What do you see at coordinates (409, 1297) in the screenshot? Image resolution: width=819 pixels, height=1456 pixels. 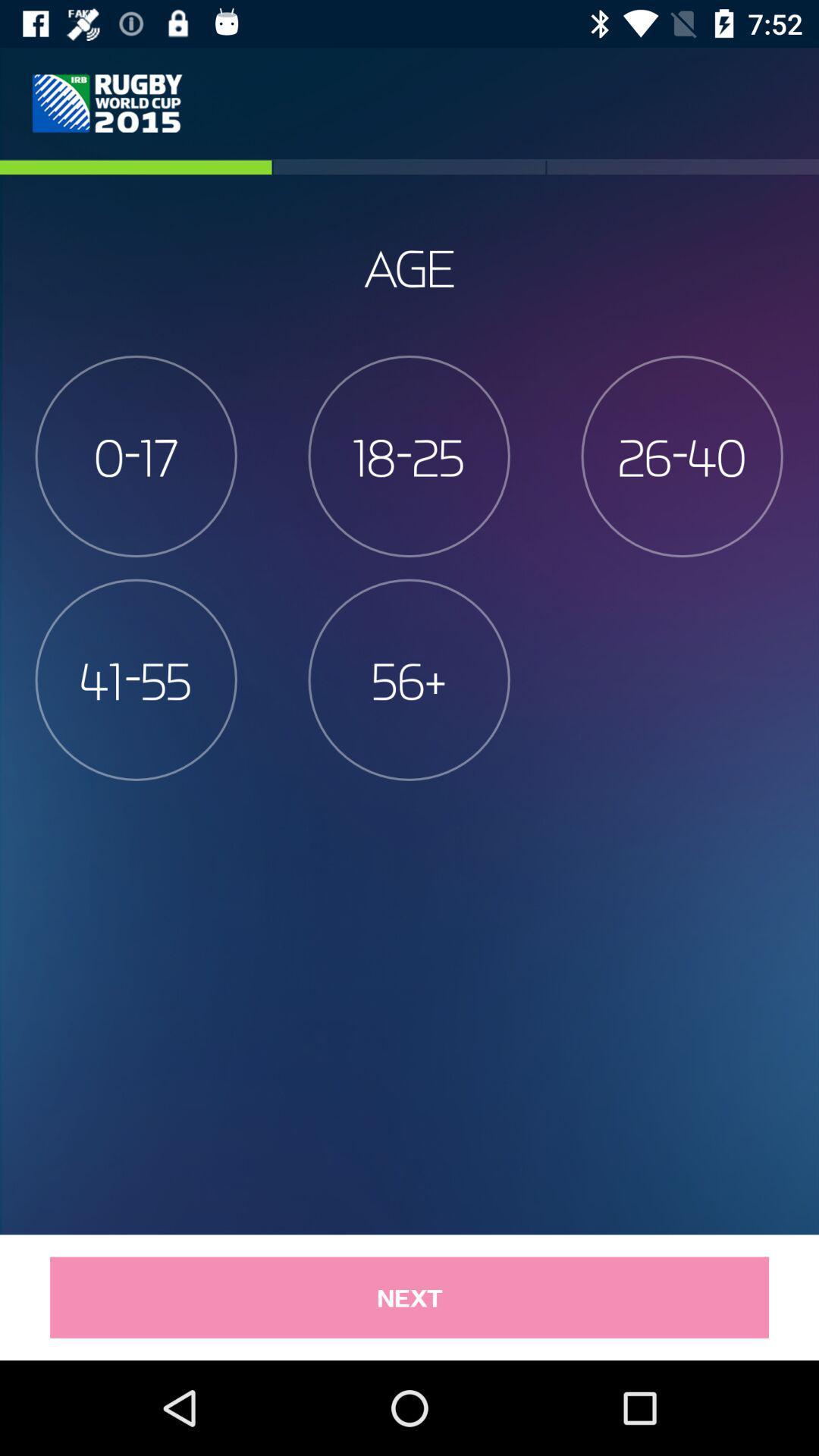 I see `item below 41-55 item` at bounding box center [409, 1297].